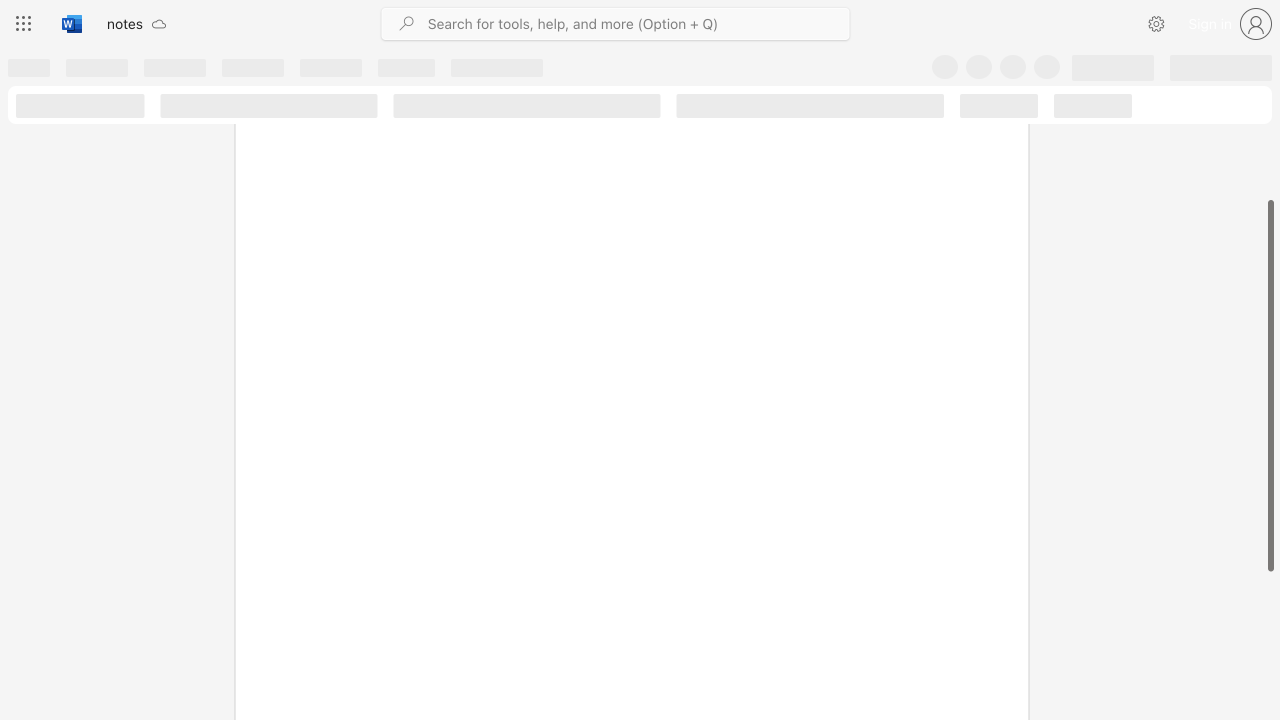 The height and width of the screenshot is (720, 1280). Describe the element at coordinates (1269, 385) in the screenshot. I see `the scrollbar and move up 170 pixels` at that location.